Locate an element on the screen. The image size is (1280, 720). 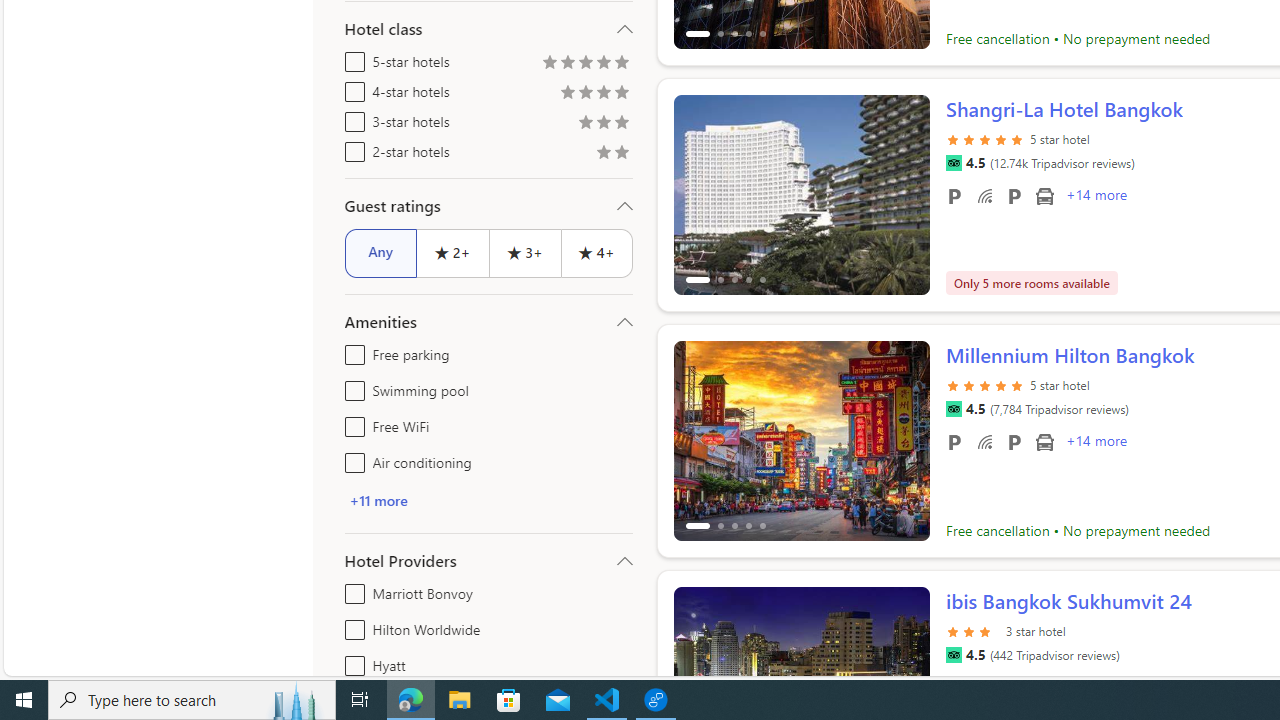
'Swimming pool' is located at coordinates (351, 387).